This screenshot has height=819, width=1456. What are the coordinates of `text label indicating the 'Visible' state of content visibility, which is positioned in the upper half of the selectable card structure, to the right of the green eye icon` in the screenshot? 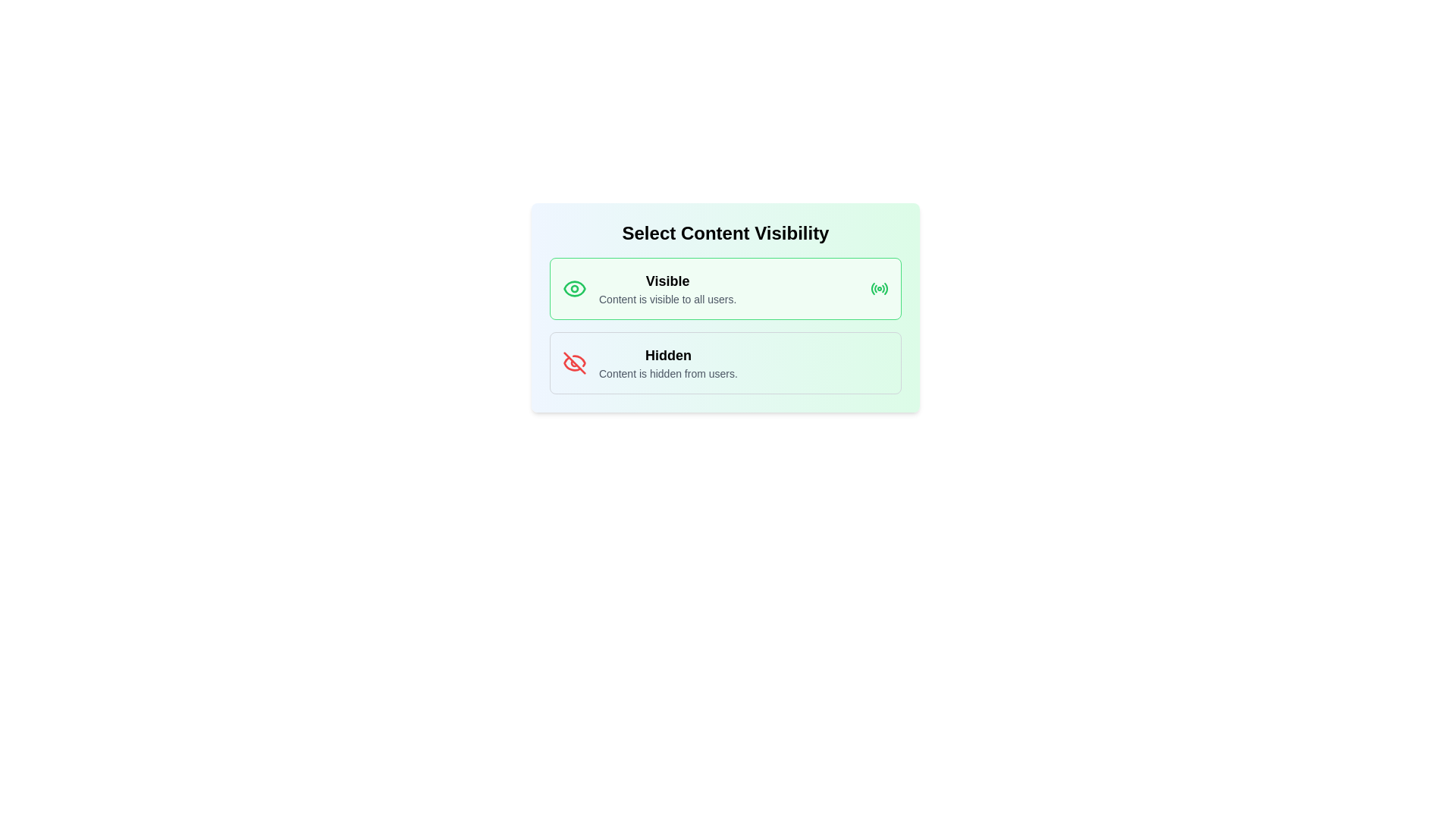 It's located at (667, 289).